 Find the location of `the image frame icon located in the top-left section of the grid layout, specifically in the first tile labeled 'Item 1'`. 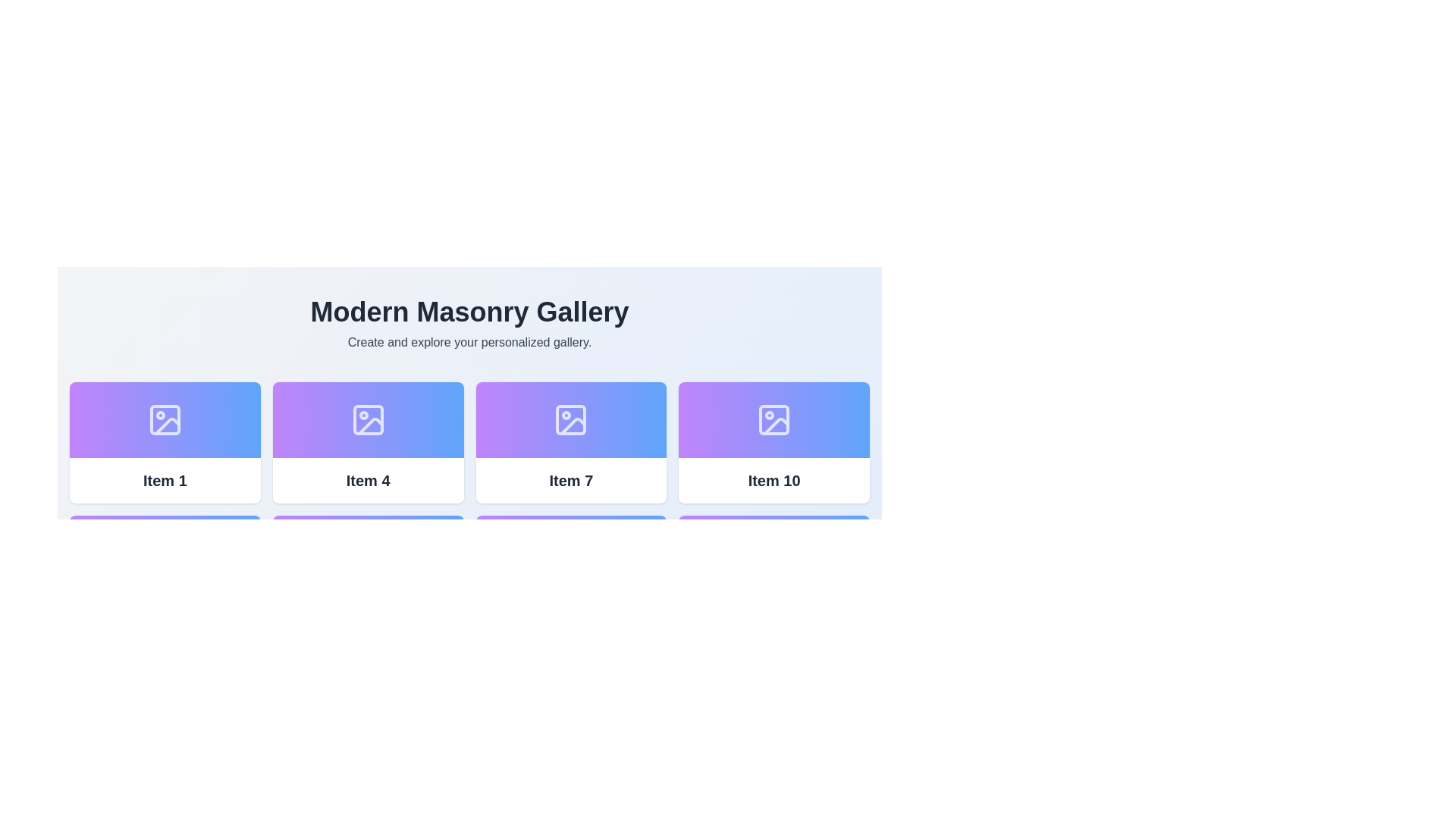

the image frame icon located in the top-left section of the grid layout, specifically in the first tile labeled 'Item 1' is located at coordinates (165, 420).